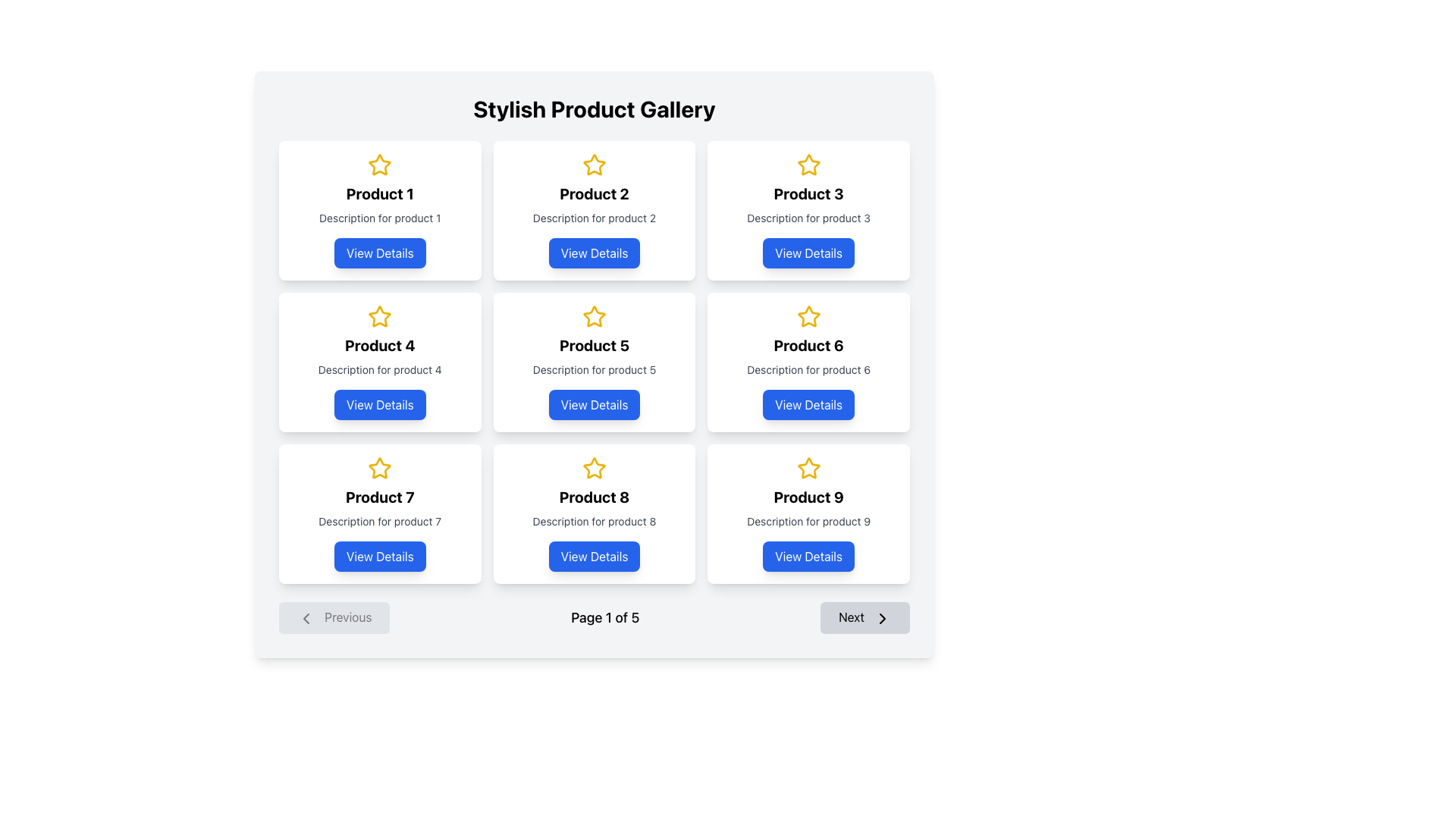 Image resolution: width=1456 pixels, height=819 pixels. What do you see at coordinates (593, 370) in the screenshot?
I see `static text providing a brief description of 'Product 5', which is located below the title and above the 'View Details' button` at bounding box center [593, 370].